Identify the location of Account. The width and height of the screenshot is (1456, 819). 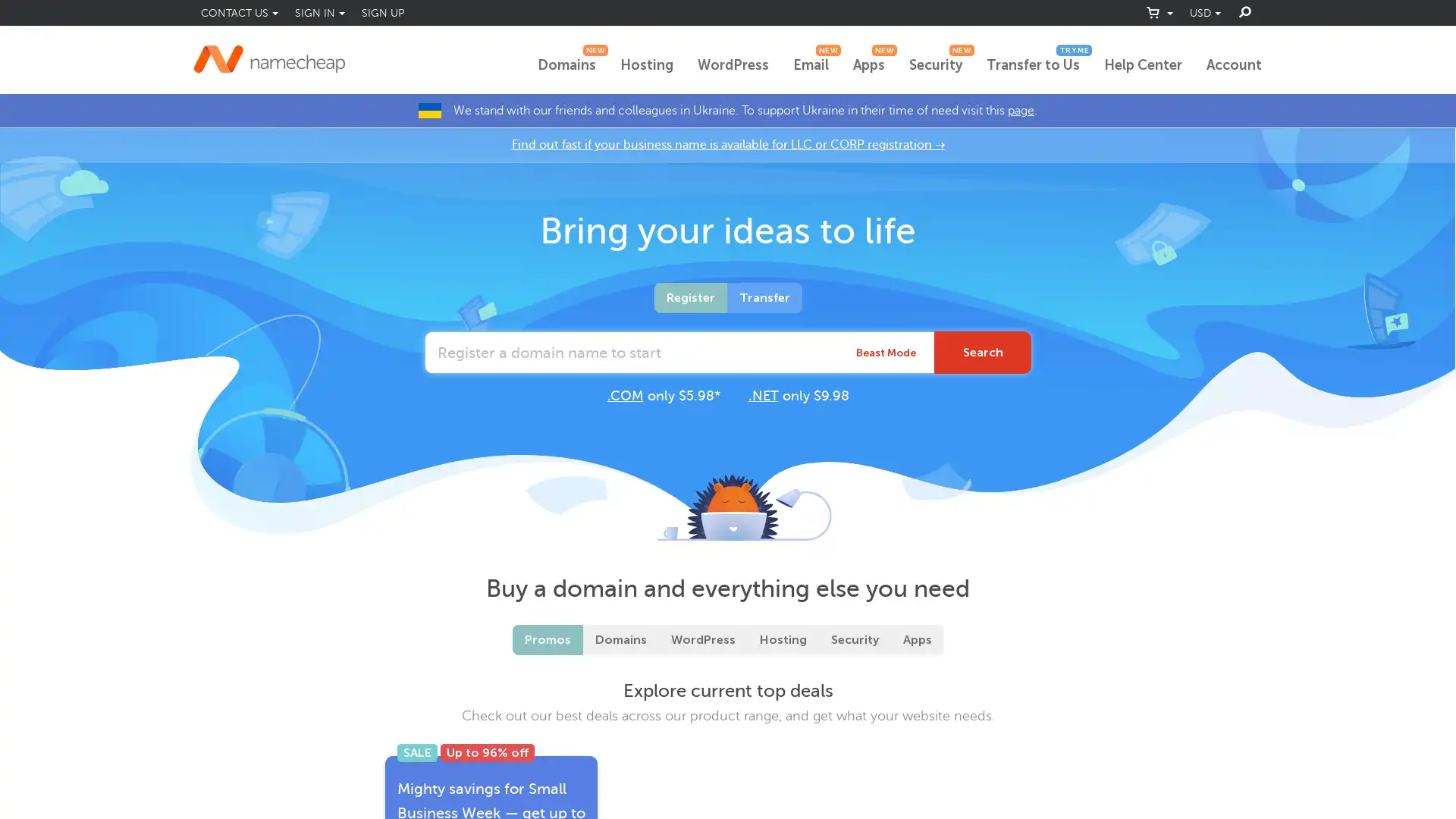
(1234, 65).